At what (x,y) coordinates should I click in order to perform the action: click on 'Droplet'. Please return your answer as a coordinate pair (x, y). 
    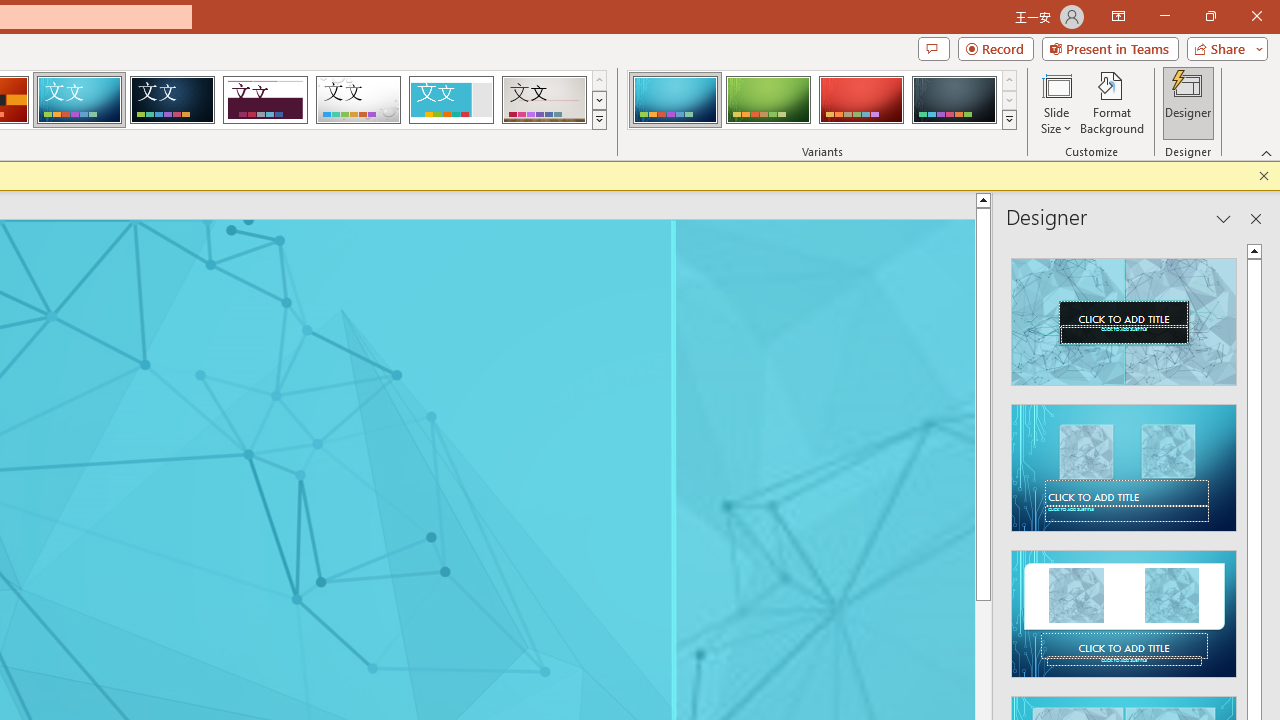
    Looking at the image, I should click on (358, 100).